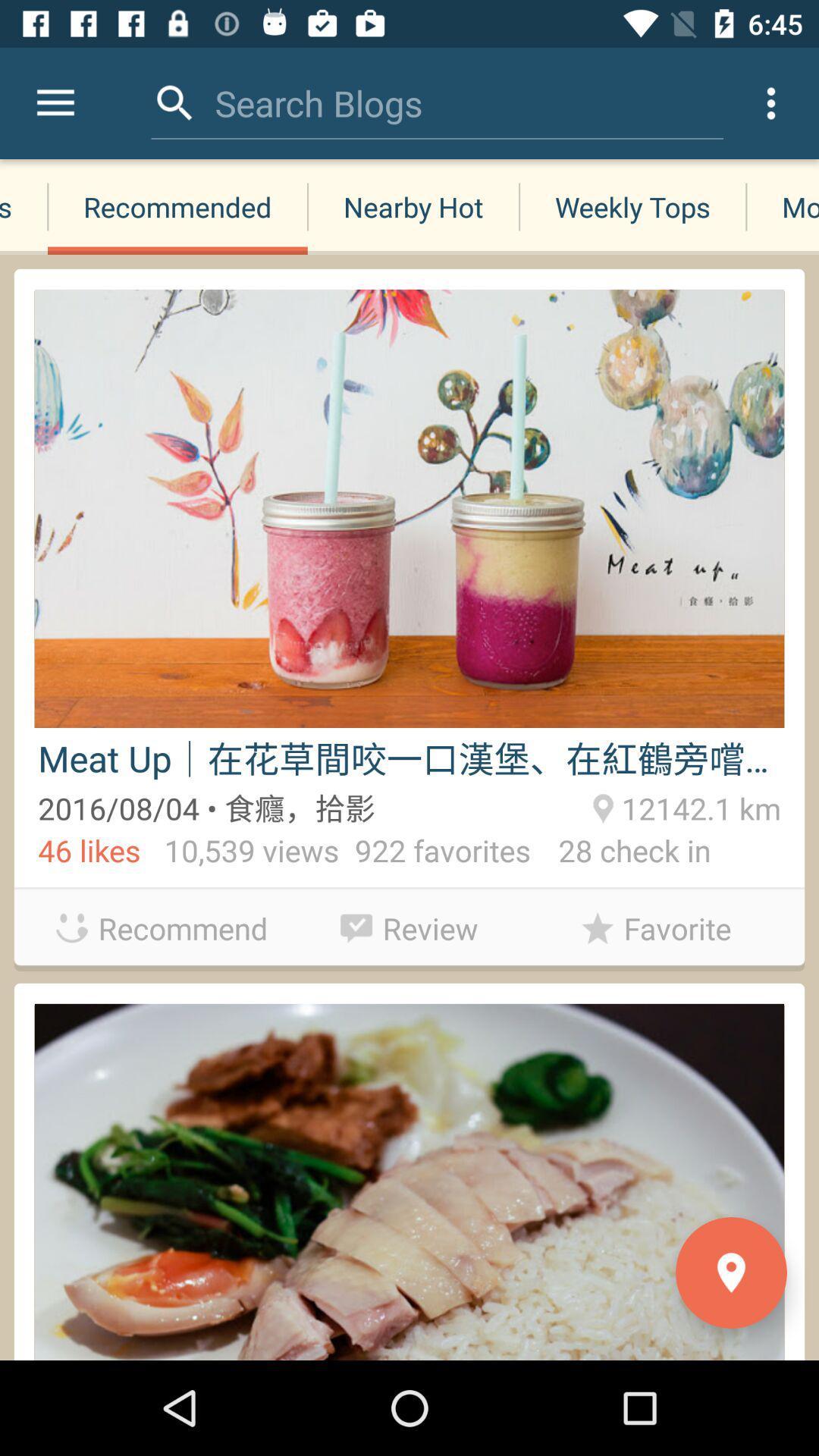 The width and height of the screenshot is (819, 1456). What do you see at coordinates (413, 206) in the screenshot?
I see `the nearby hot item` at bounding box center [413, 206].